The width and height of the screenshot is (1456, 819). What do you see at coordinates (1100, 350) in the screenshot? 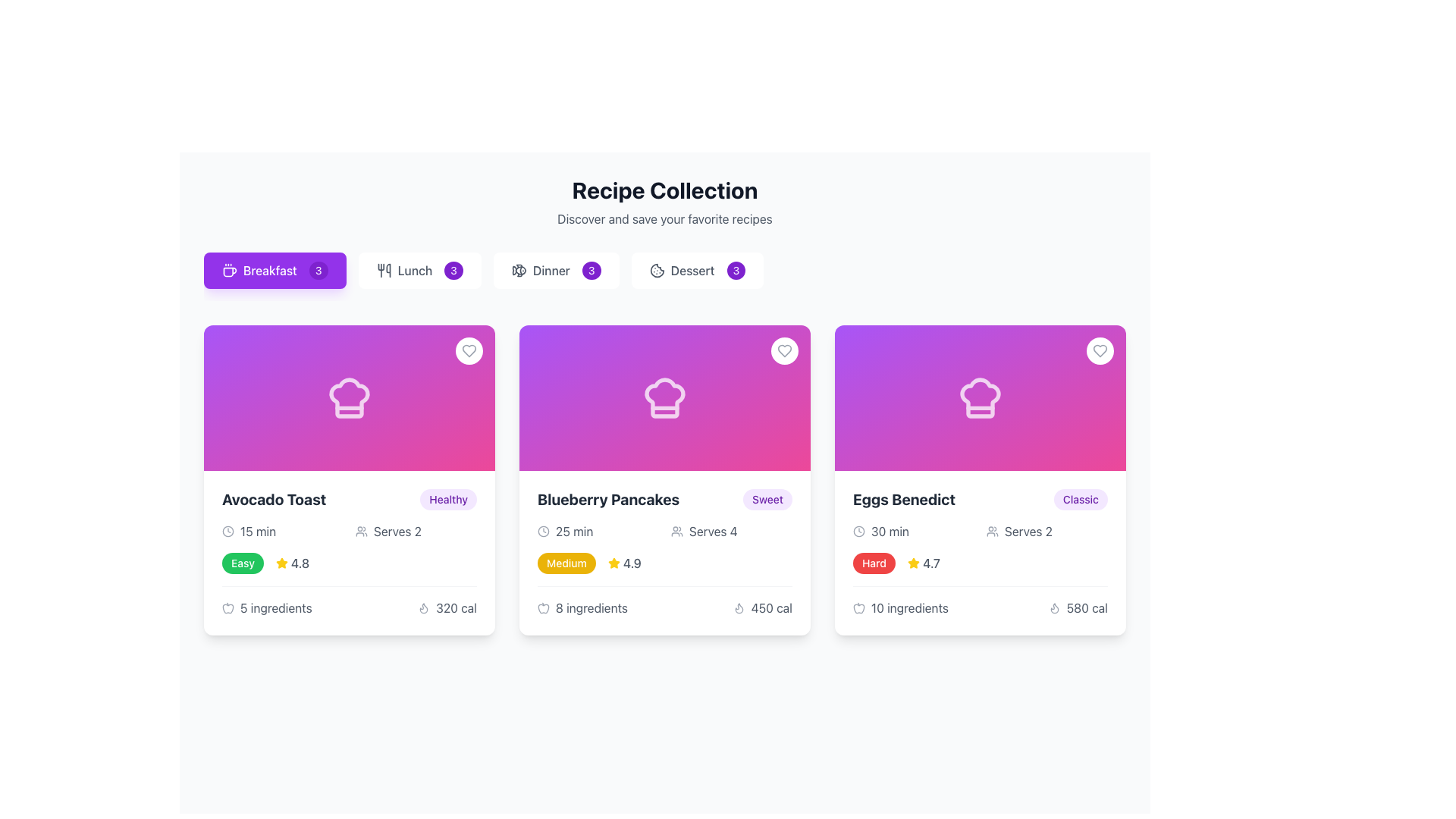
I see `the heart-shaped icon located at the top-right corner of the 'Eggs Benedict' recipe card` at bounding box center [1100, 350].